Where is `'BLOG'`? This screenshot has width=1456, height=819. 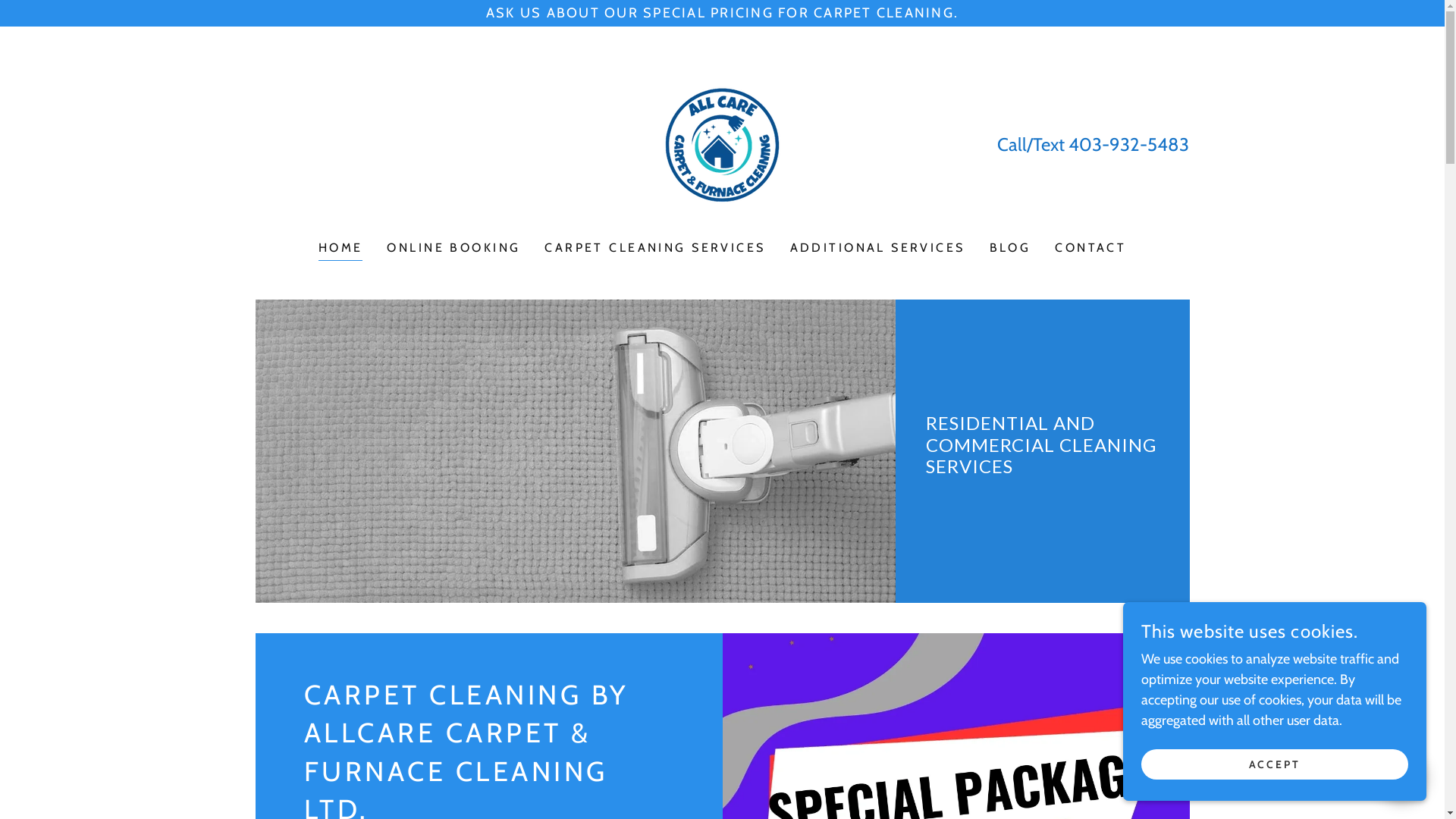 'BLOG' is located at coordinates (1010, 247).